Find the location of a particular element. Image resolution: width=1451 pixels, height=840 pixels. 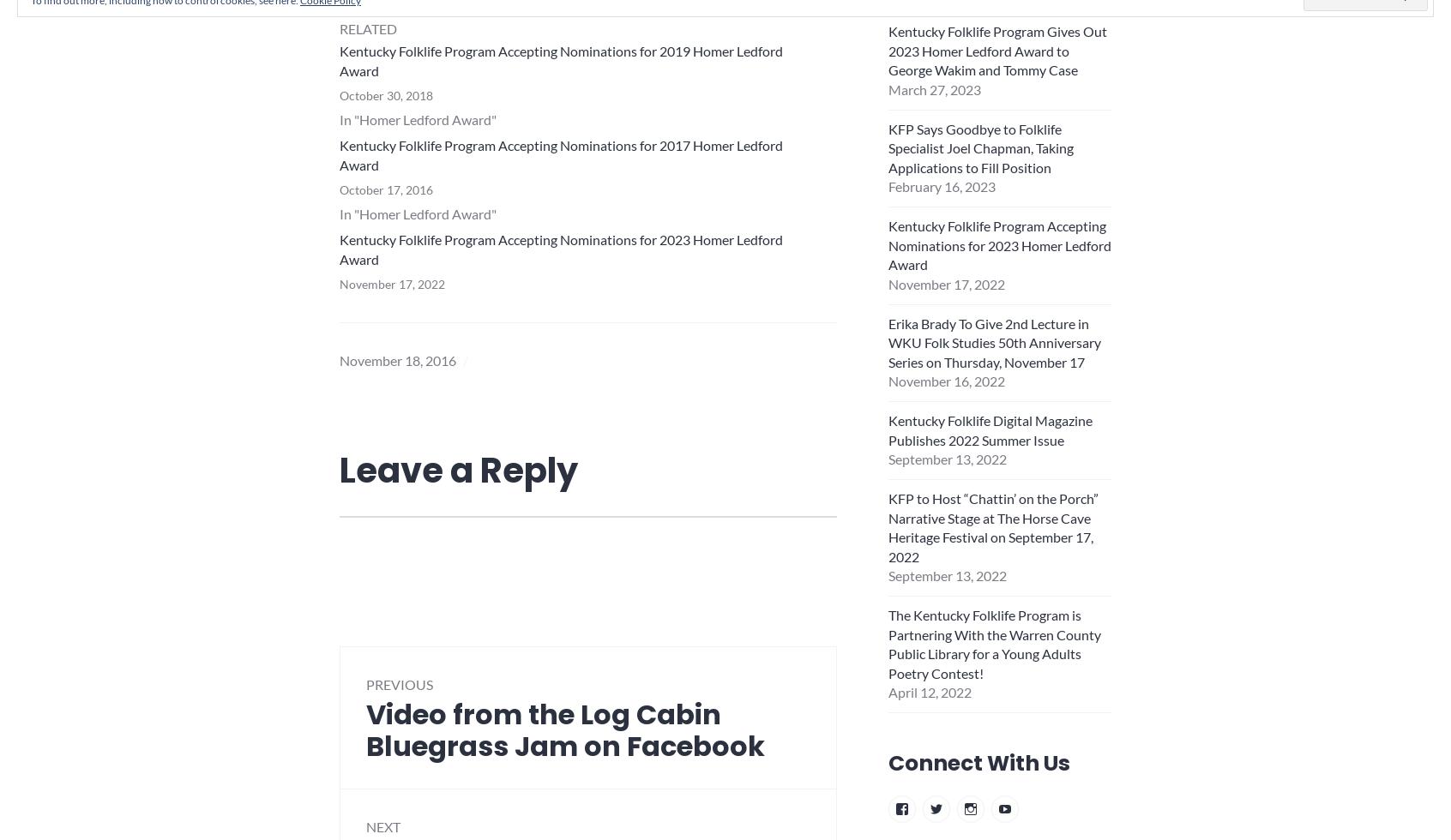

'April 12, 2022' is located at coordinates (886, 692).